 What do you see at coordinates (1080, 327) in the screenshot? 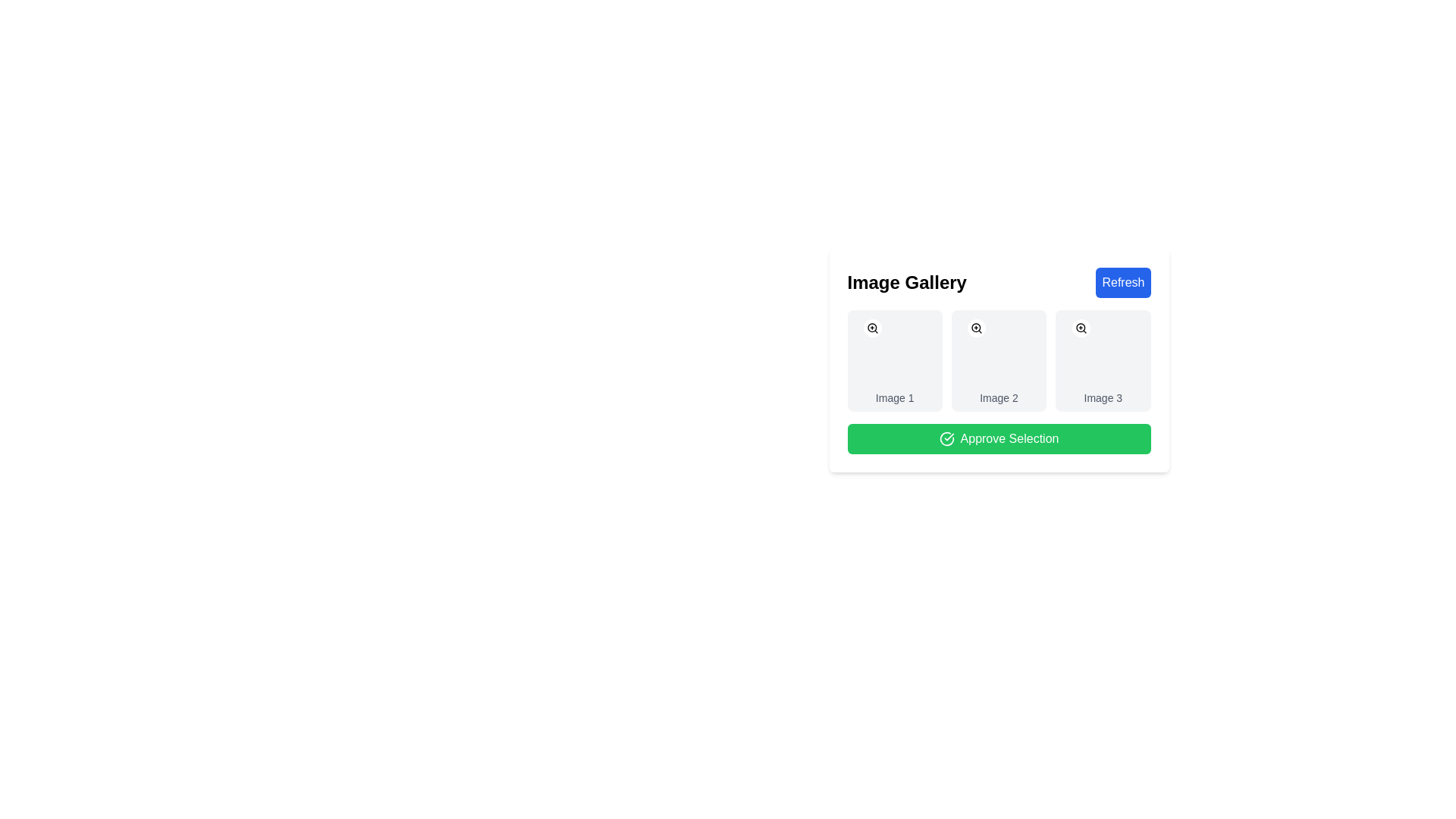
I see `the zoom-in icon button, which has a circular outline with a plus sign in the center, located under the title 'Image Gallery' and to the right of the 'Refresh' button` at bounding box center [1080, 327].